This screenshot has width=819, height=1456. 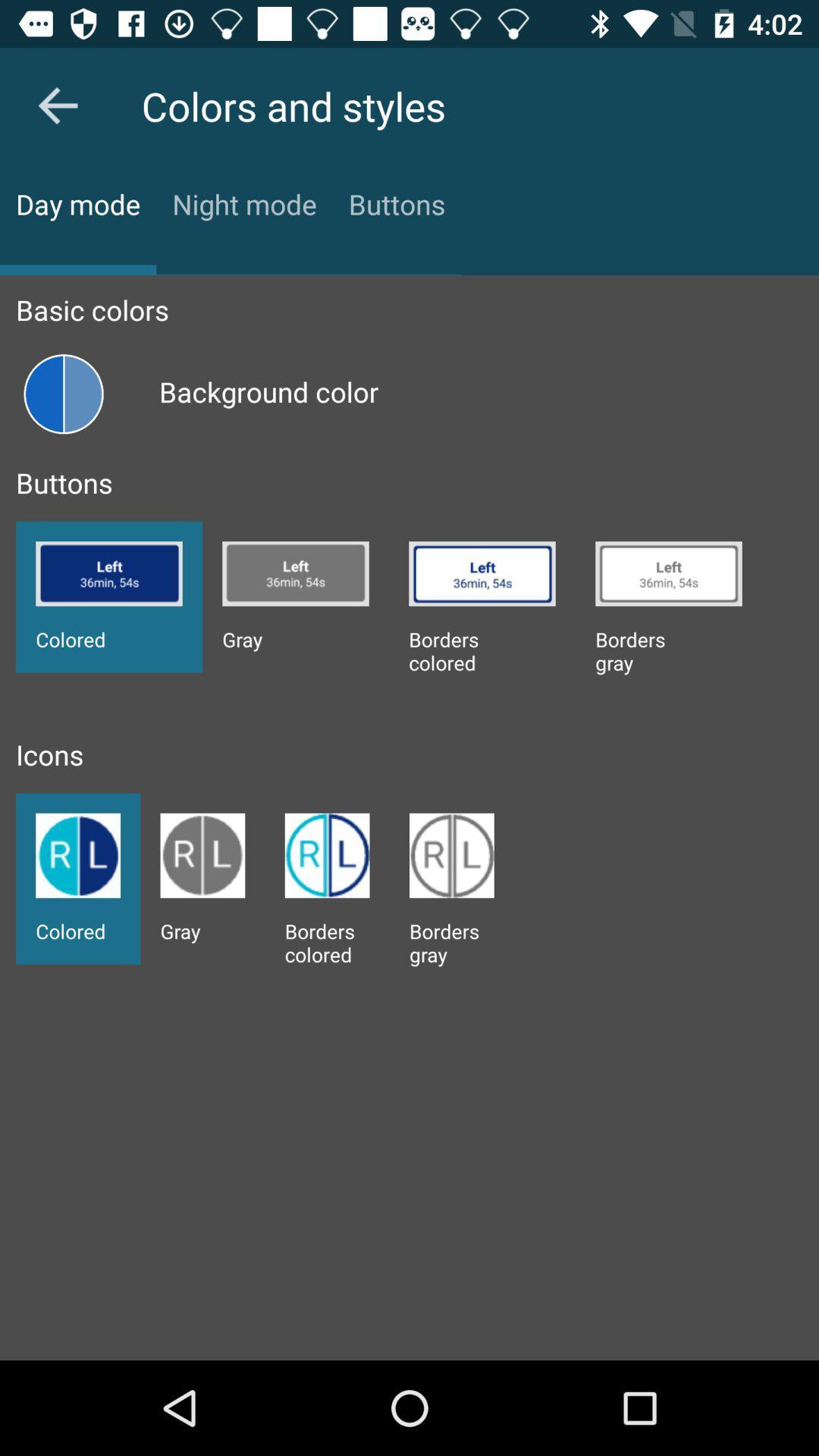 What do you see at coordinates (57, 105) in the screenshot?
I see `go back` at bounding box center [57, 105].